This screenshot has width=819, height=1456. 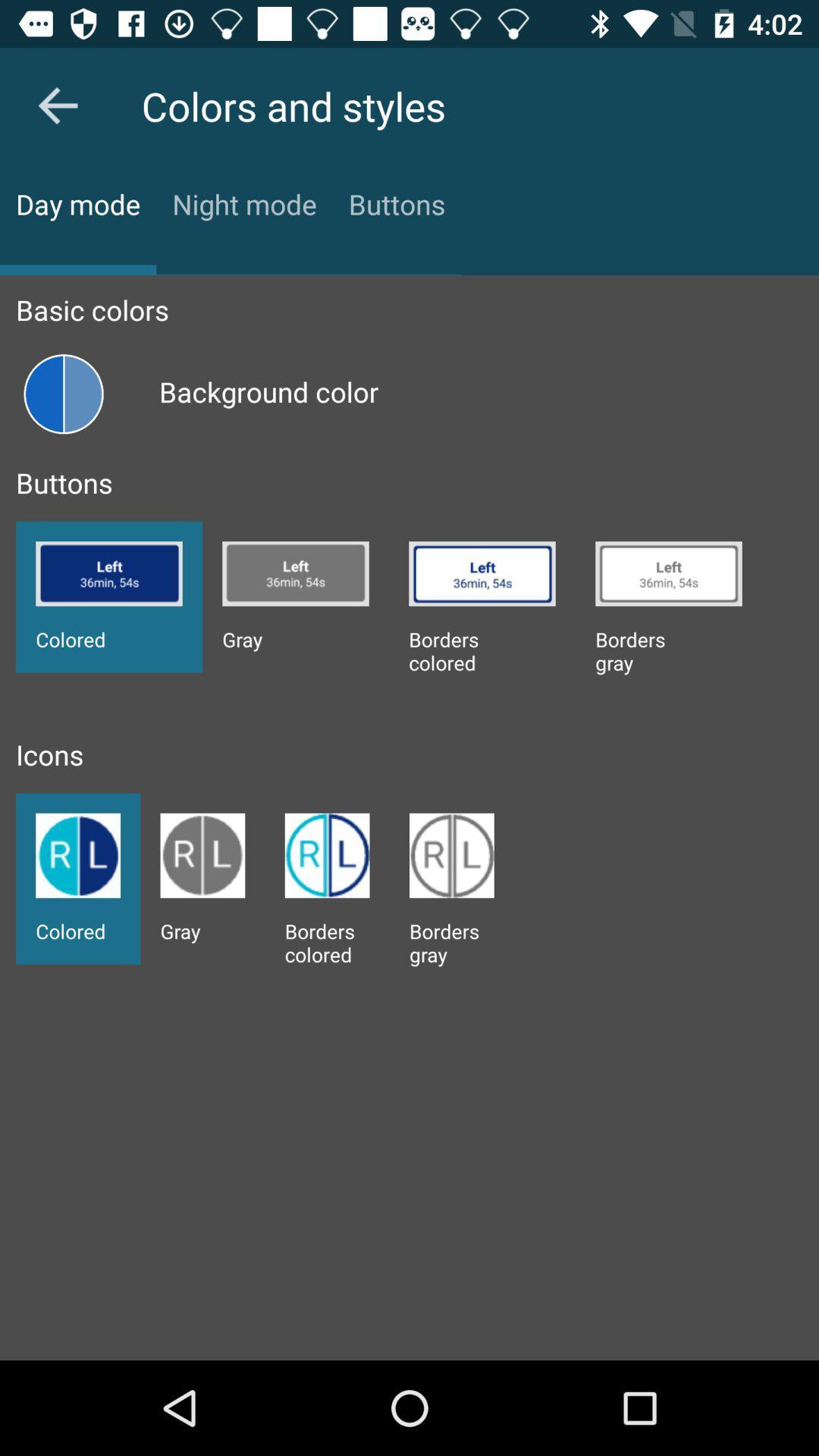 What do you see at coordinates (57, 105) in the screenshot?
I see `go back` at bounding box center [57, 105].